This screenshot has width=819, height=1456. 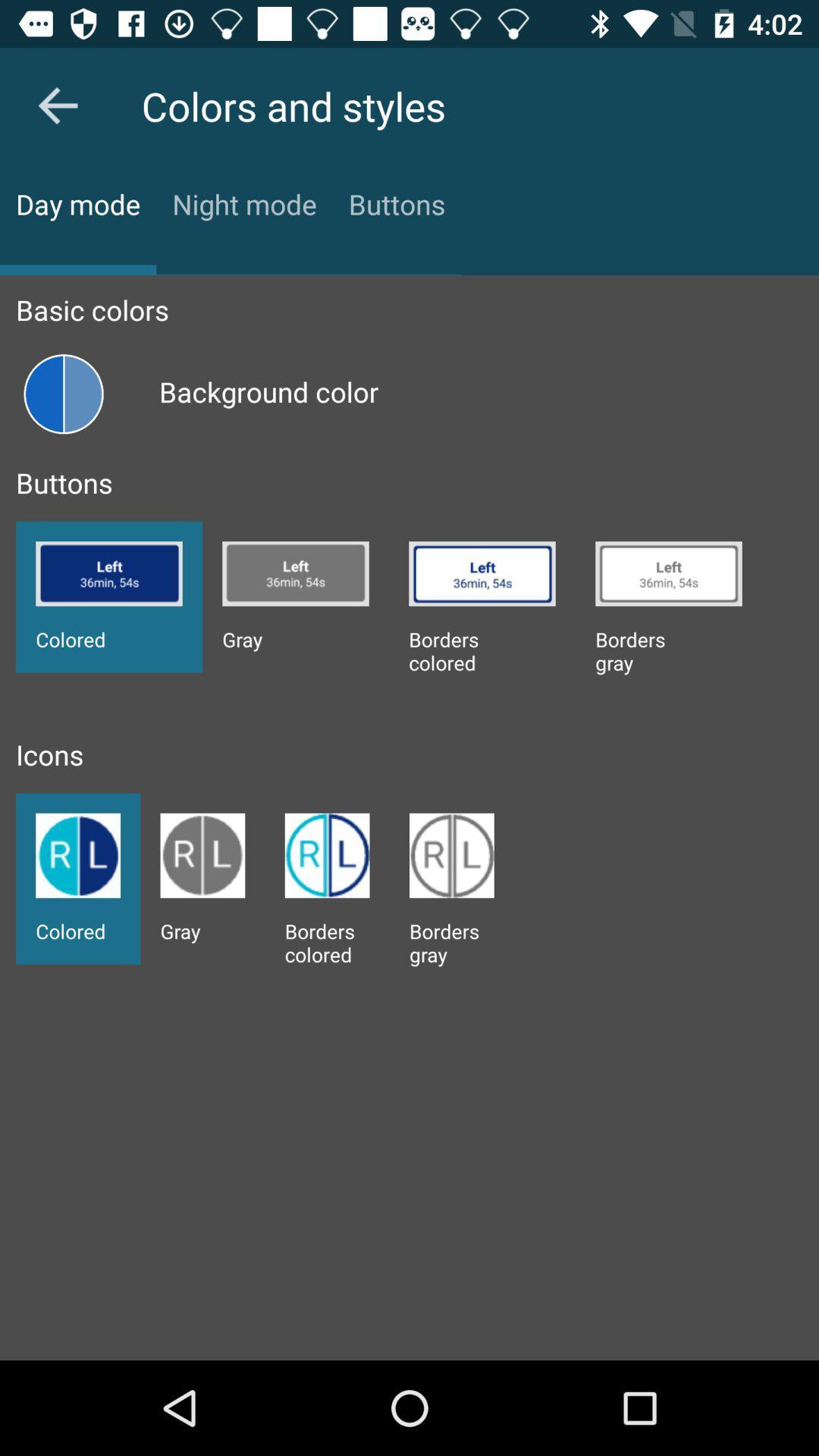 What do you see at coordinates (57, 105) in the screenshot?
I see `go back` at bounding box center [57, 105].